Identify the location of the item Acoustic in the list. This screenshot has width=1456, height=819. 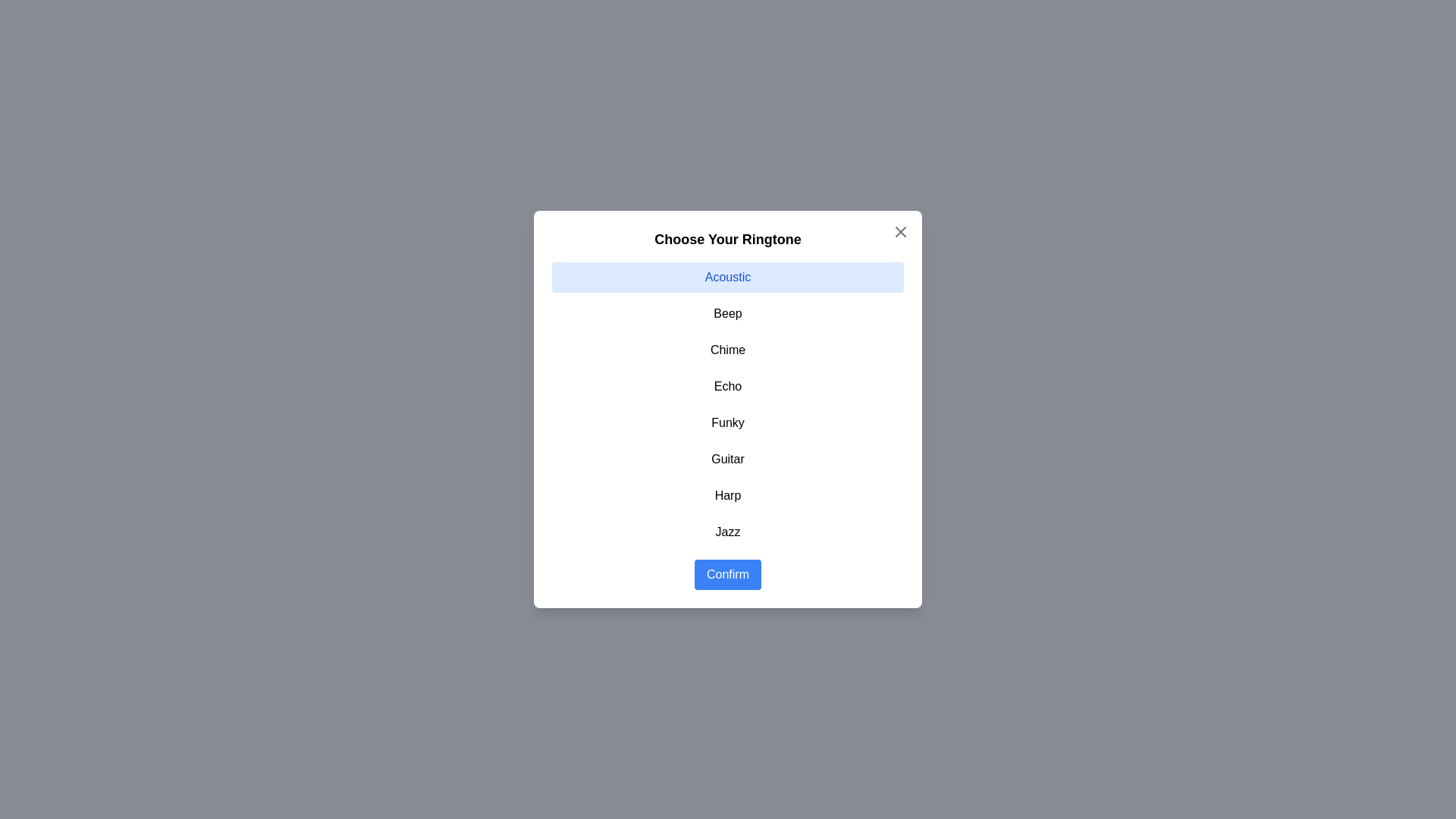
(728, 278).